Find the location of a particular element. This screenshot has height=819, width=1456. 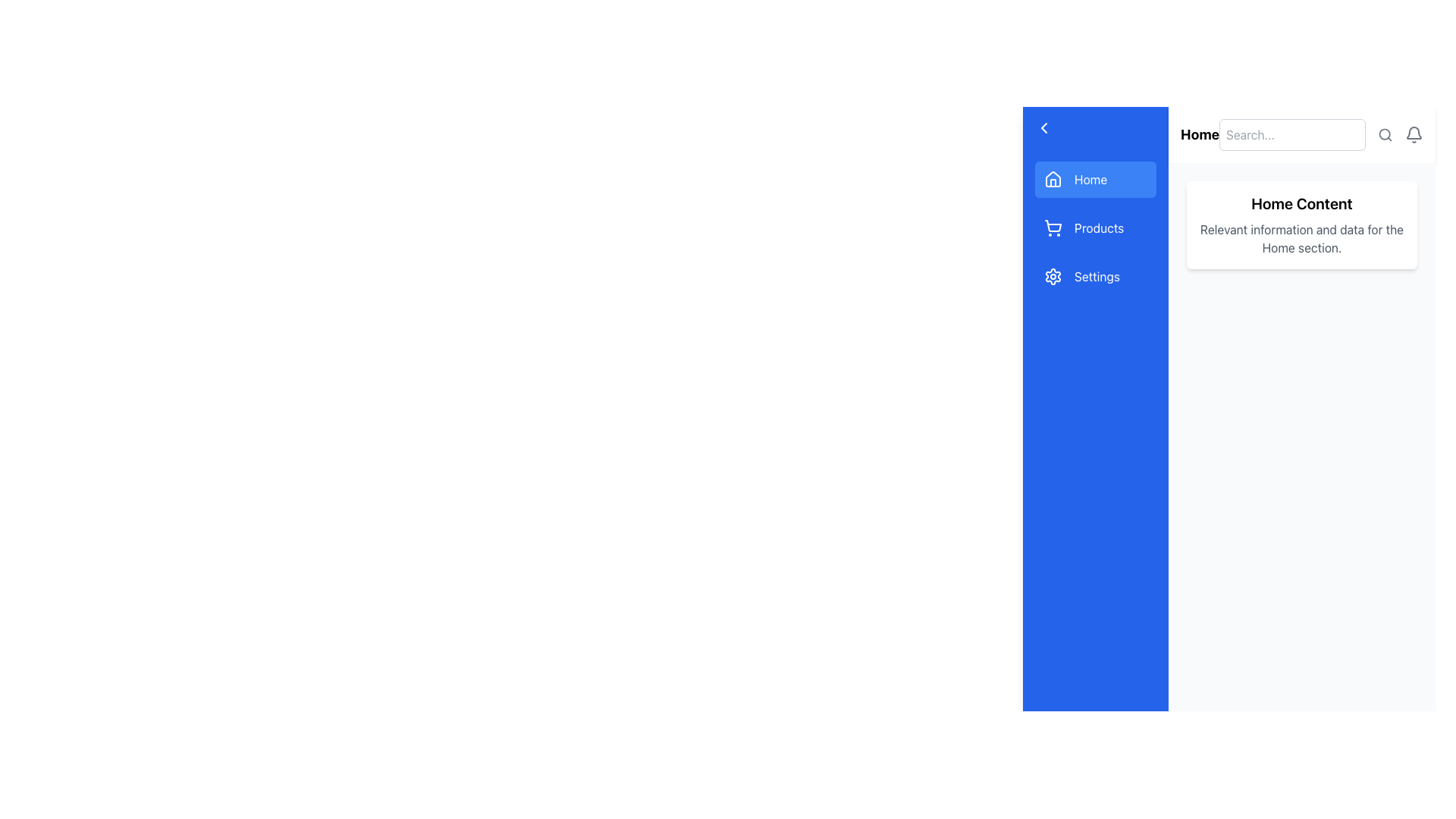

text content of the light gray textual content block displaying 'Relevant information and data for the Home section.' located below the 'Home Content' header is located at coordinates (1301, 239).